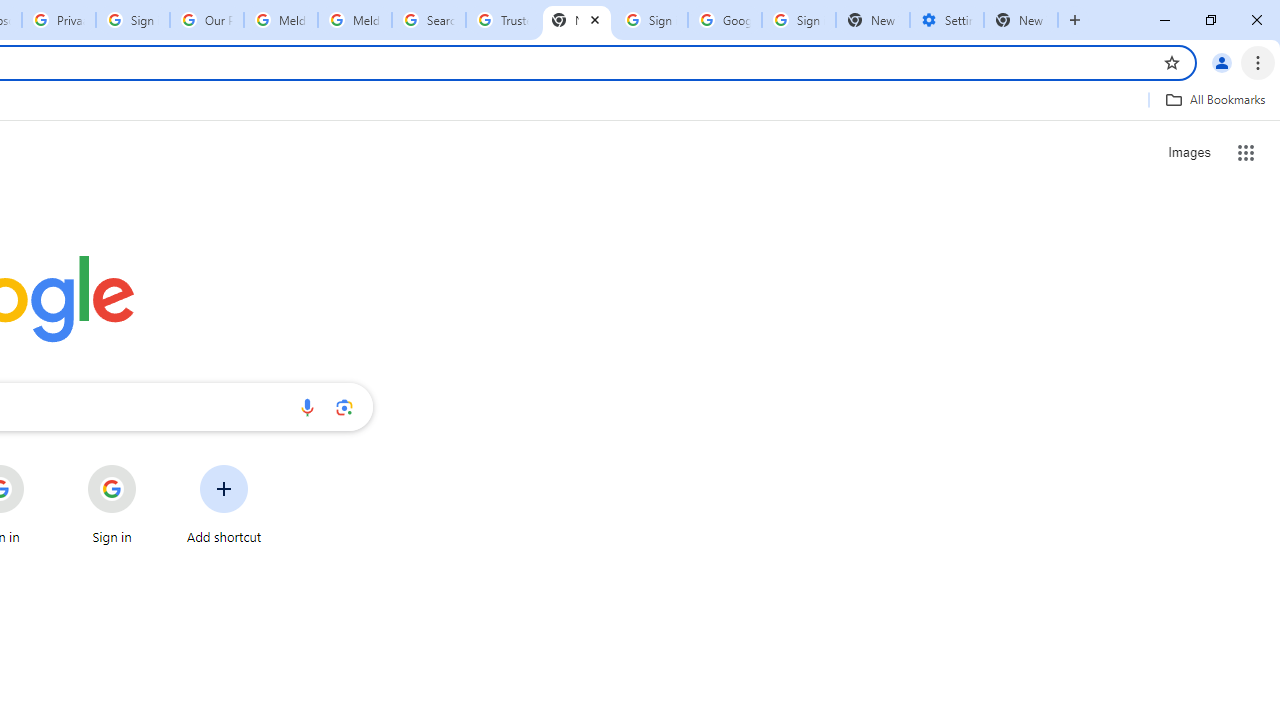  What do you see at coordinates (306, 406) in the screenshot?
I see `'Search by voice'` at bounding box center [306, 406].